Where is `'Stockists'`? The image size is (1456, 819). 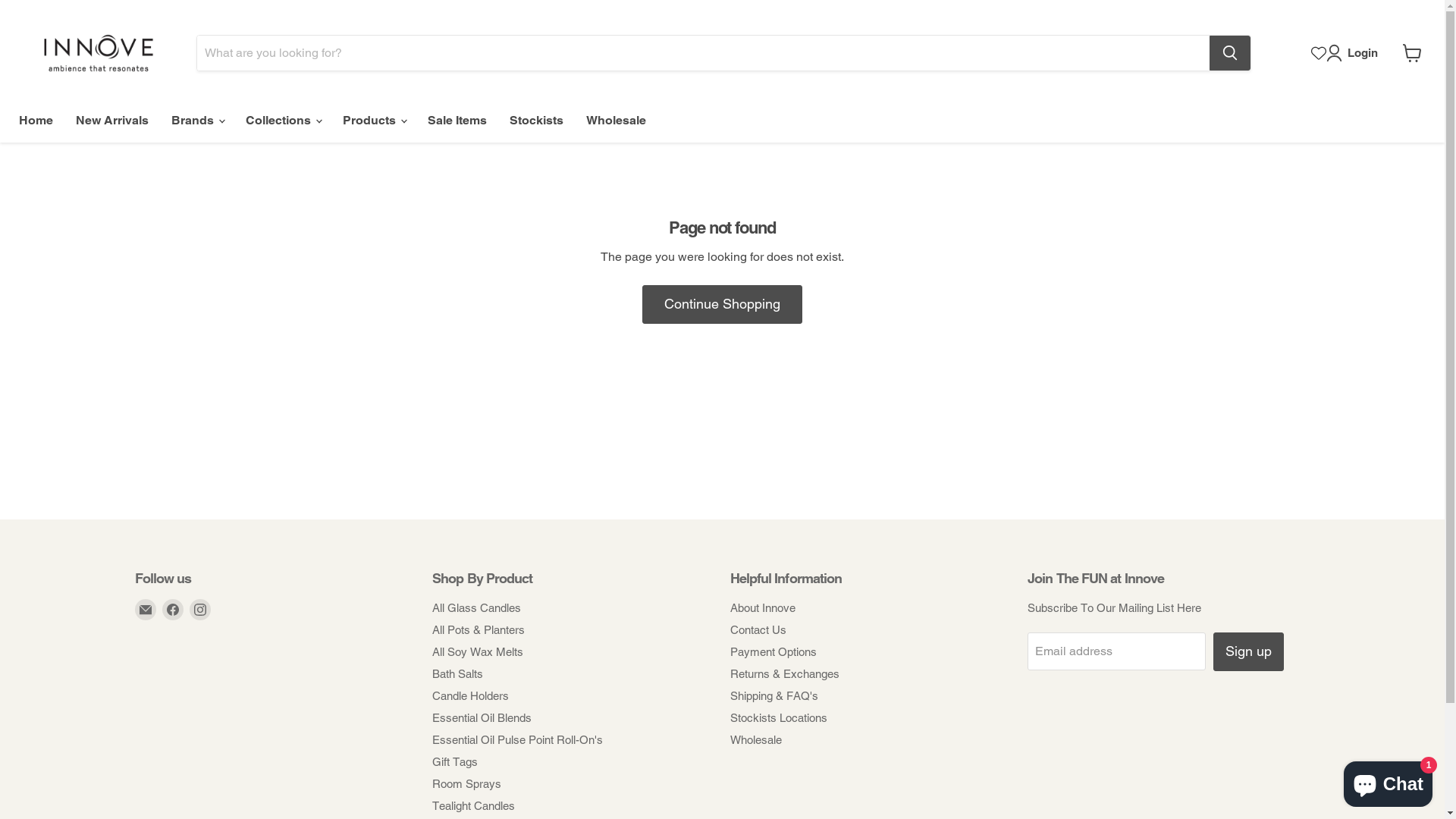 'Stockists' is located at coordinates (536, 119).